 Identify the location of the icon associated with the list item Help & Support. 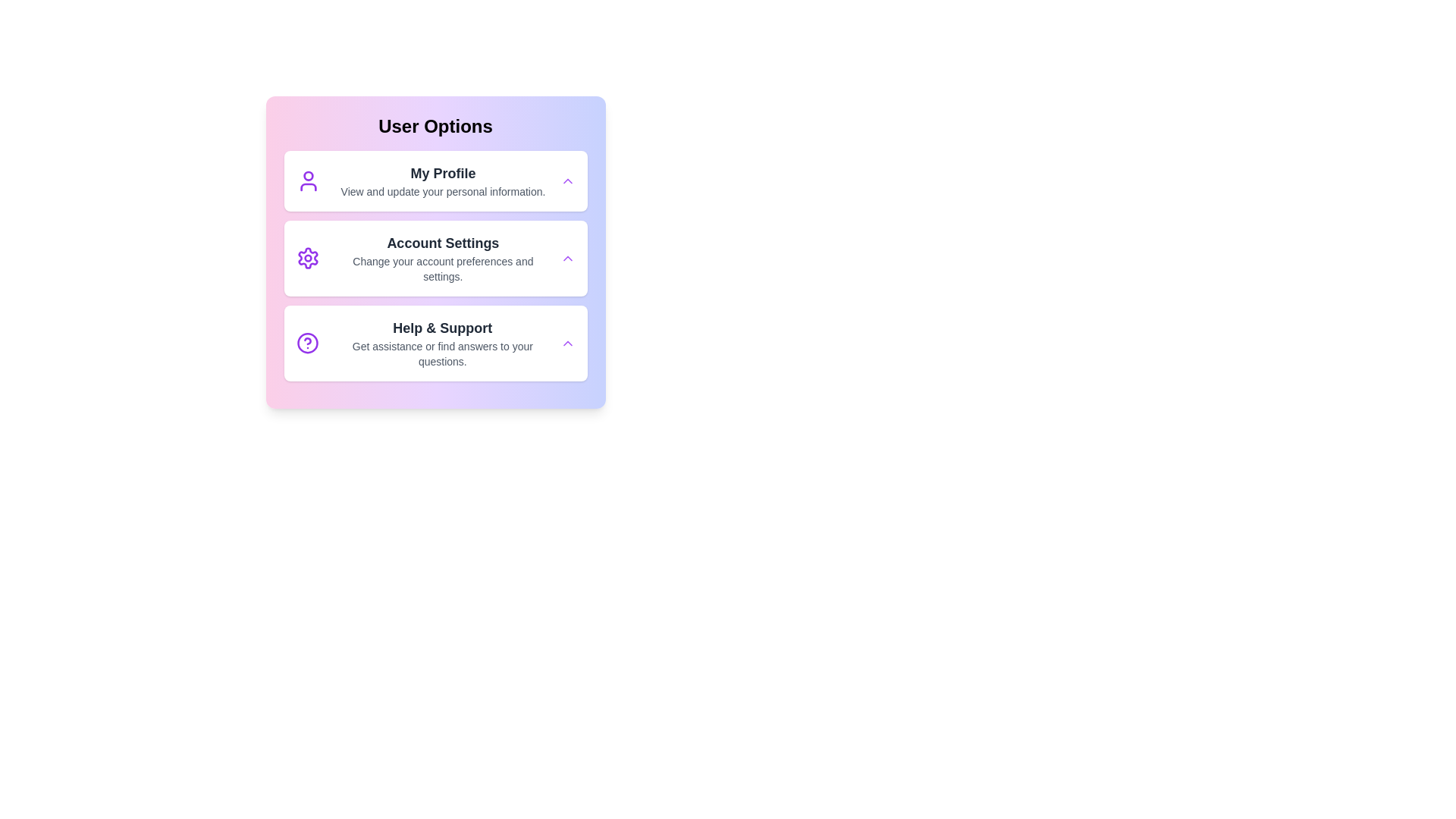
(306, 343).